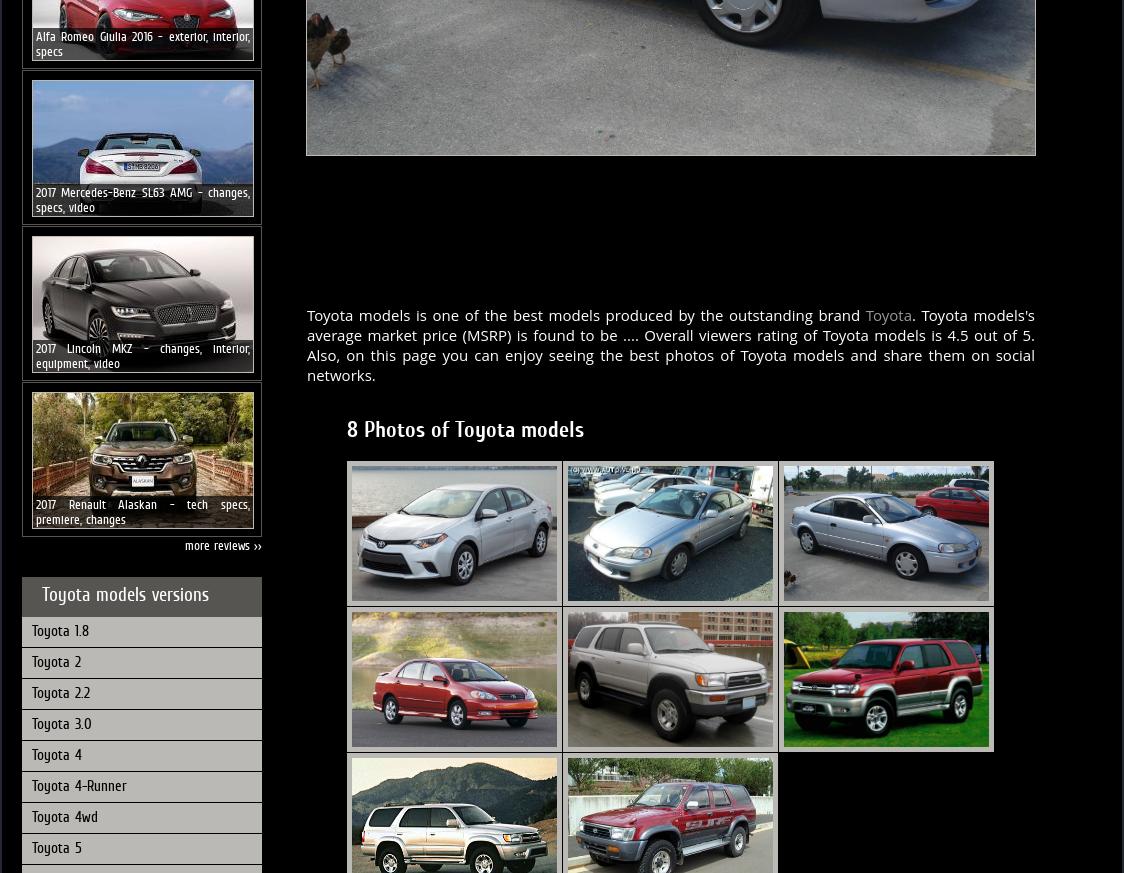  Describe the element at coordinates (124, 592) in the screenshot. I see `'Toyota models versions'` at that location.